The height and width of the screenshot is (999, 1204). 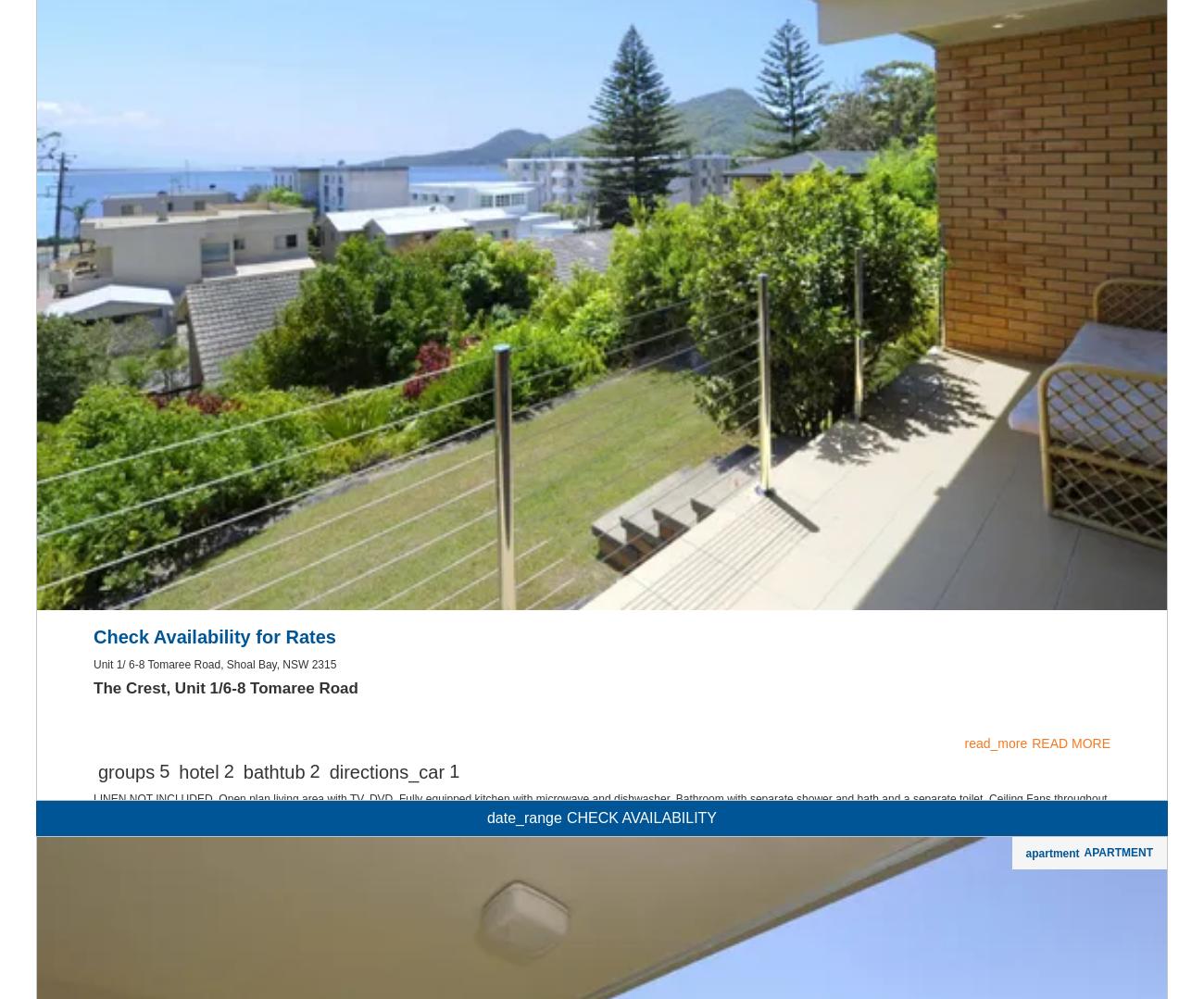 I want to click on 'APARTMENT', so click(x=1117, y=123).